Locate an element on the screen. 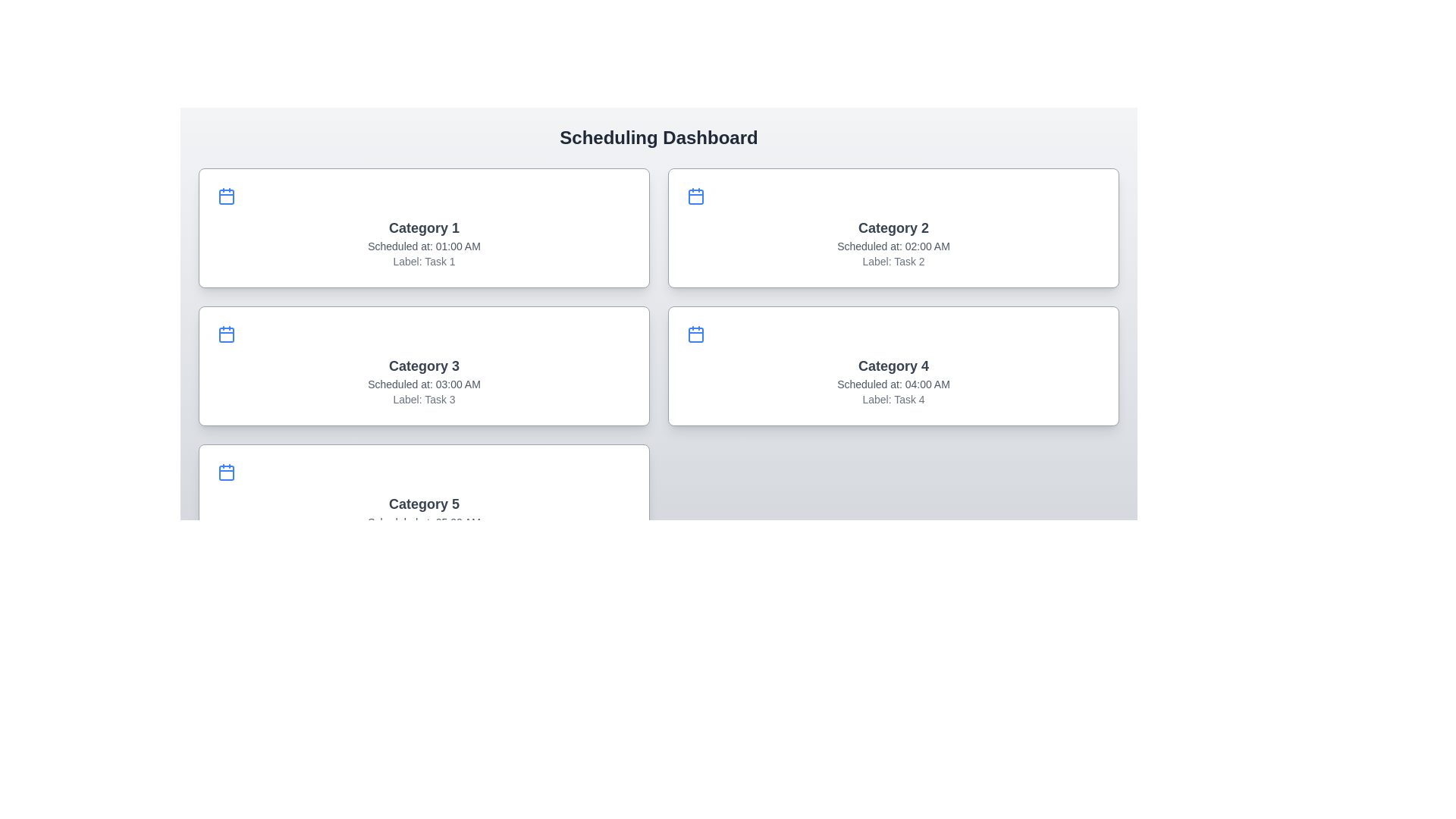 The width and height of the screenshot is (1456, 819). to select or interact with the Card Component displaying 'Category 2', which features a blue calendar icon and text including 'Scheduled at: 02:00 AM' is located at coordinates (893, 227).